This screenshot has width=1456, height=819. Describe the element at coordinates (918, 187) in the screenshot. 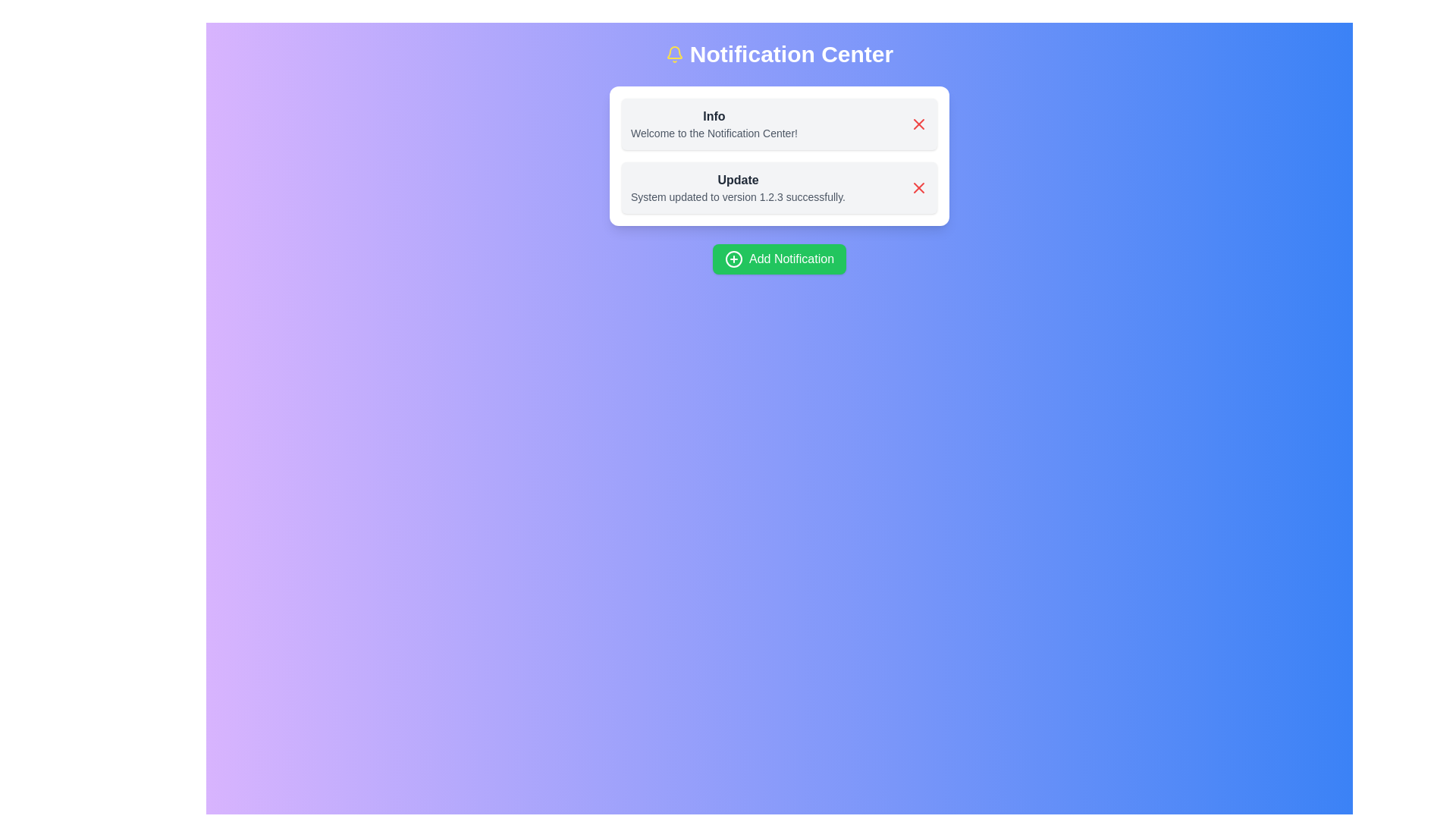

I see `the red 'X' close button located next to the notification message 'System updated to version 1.2.3 successfully.' to trigger the hover effect that changes its color` at that location.